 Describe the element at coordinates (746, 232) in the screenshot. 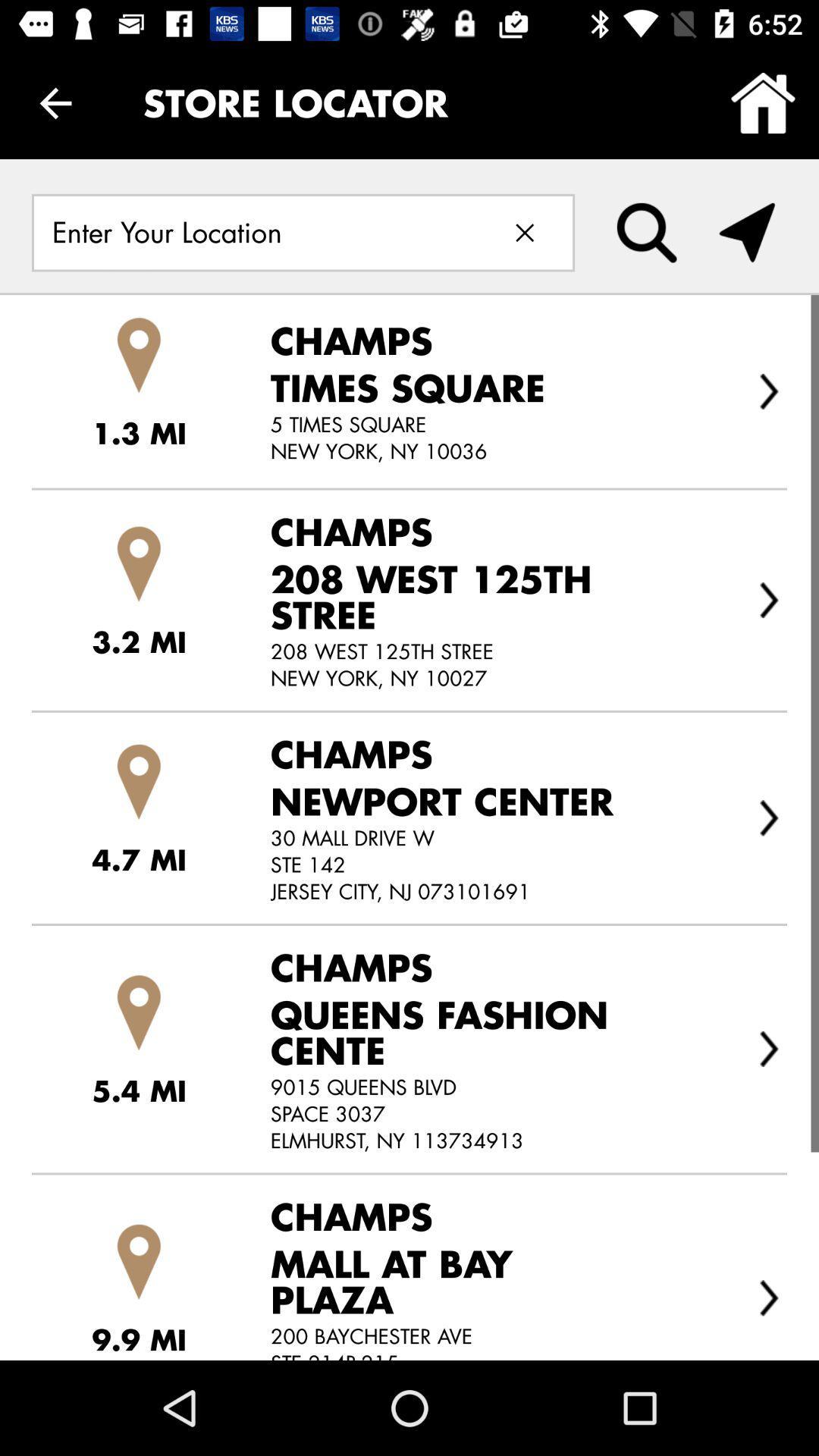

I see `the navigation icon` at that location.